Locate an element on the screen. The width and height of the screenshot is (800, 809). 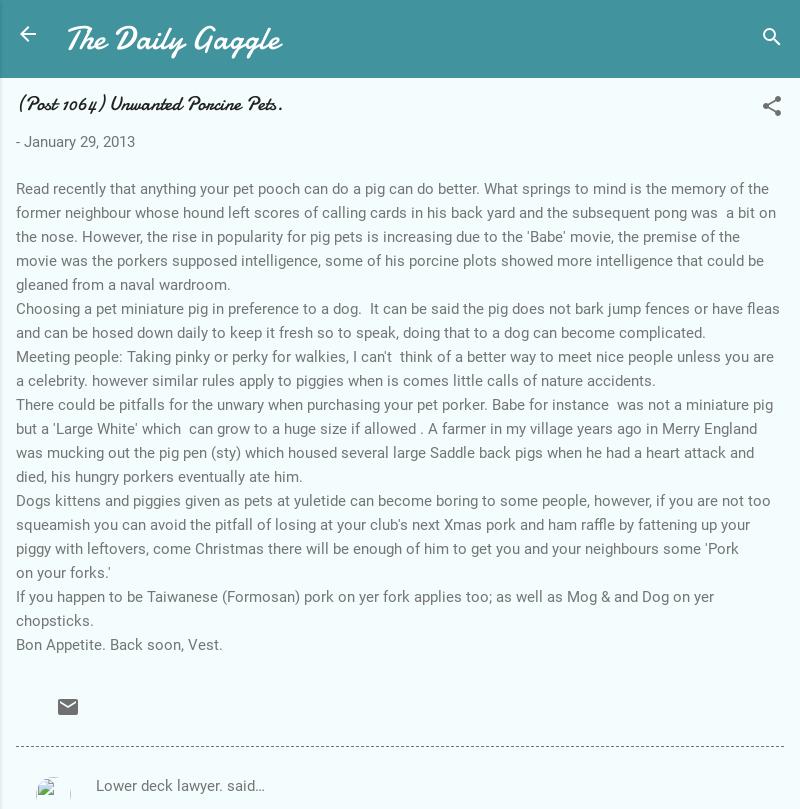
'Lower deck lawyer. said…' is located at coordinates (96, 783).